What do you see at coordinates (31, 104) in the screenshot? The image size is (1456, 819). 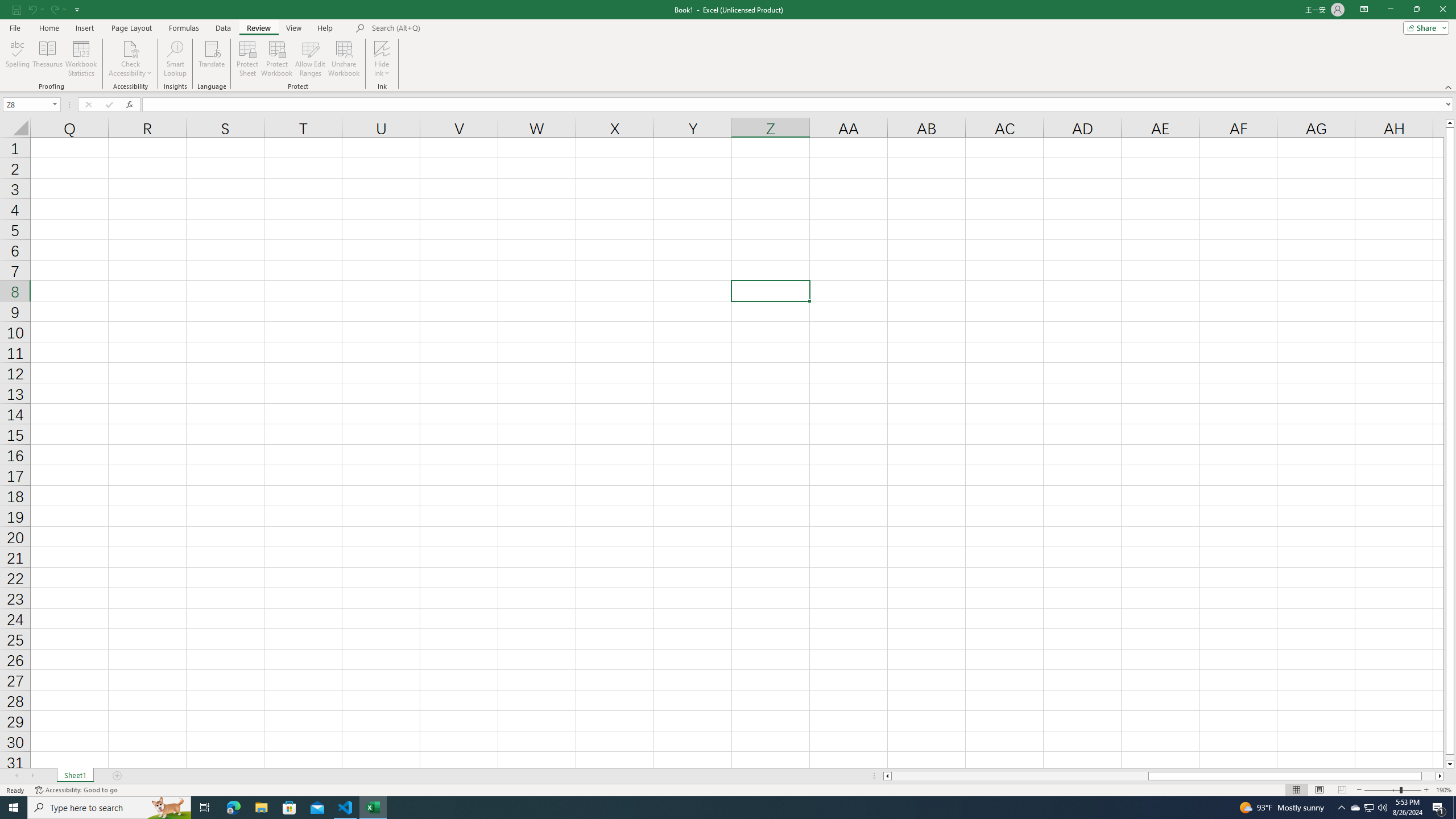 I see `'Name Box'` at bounding box center [31, 104].